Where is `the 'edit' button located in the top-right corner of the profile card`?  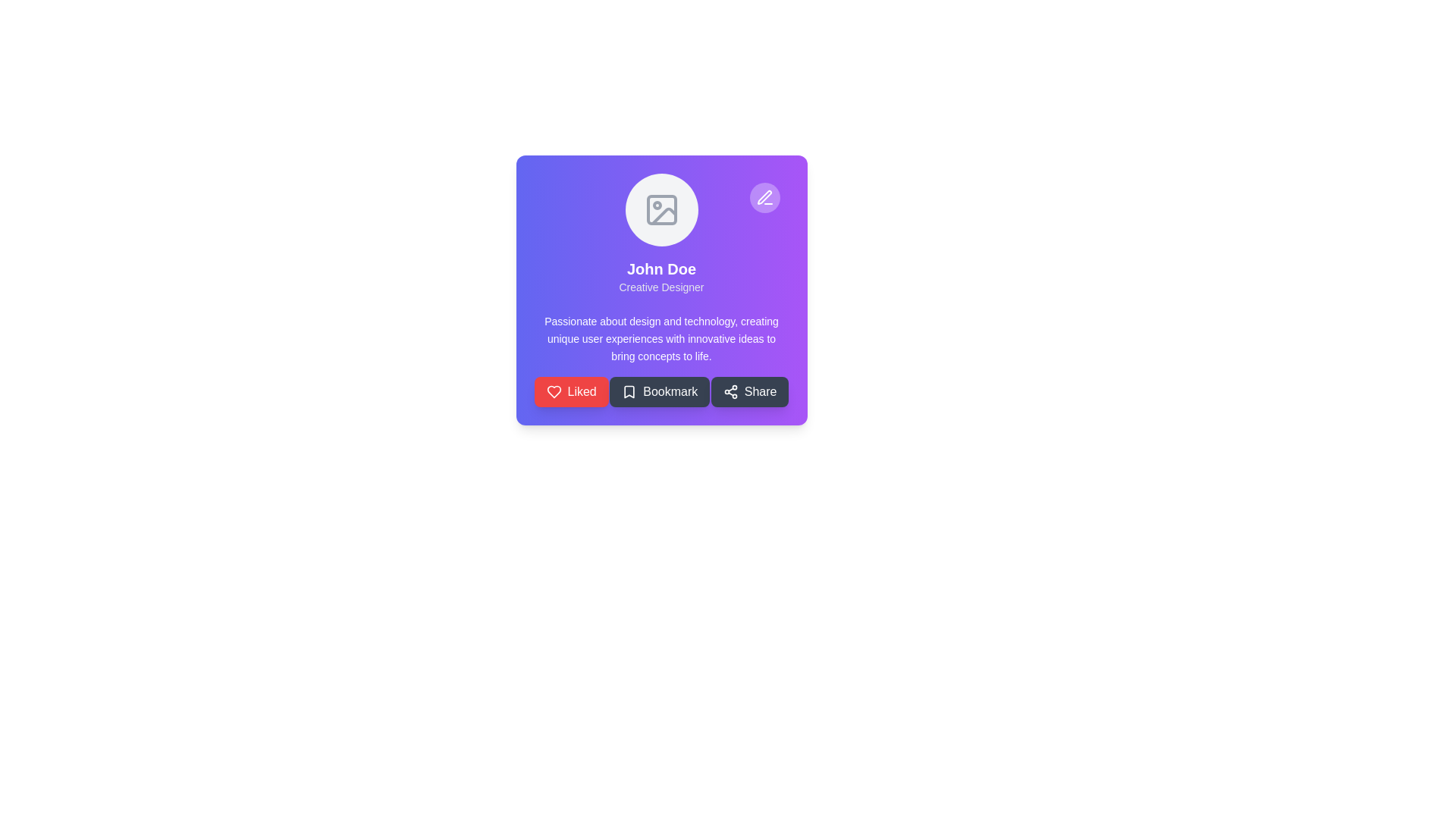 the 'edit' button located in the top-right corner of the profile card is located at coordinates (764, 197).